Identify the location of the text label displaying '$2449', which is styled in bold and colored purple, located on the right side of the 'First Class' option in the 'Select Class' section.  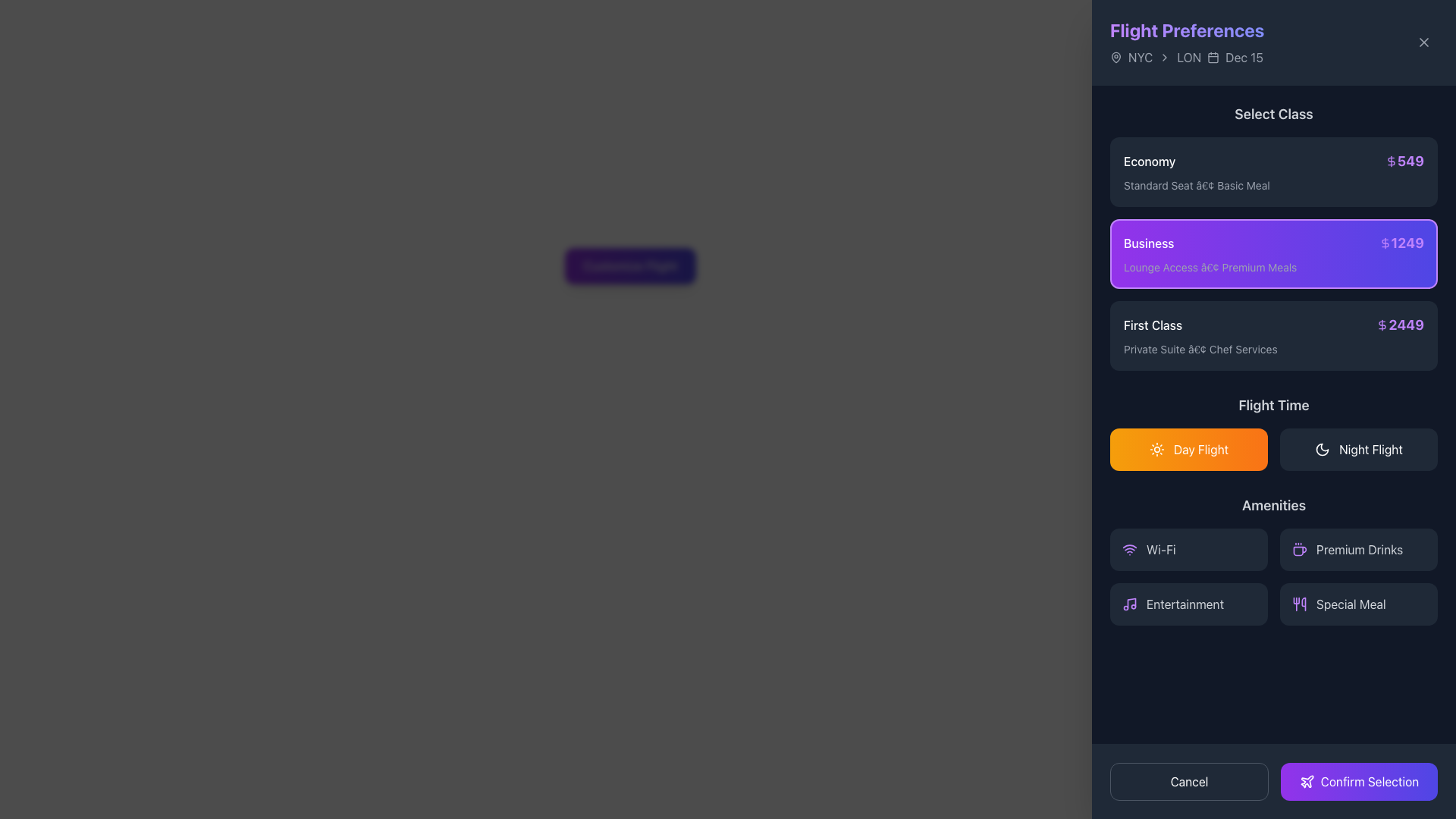
(1399, 324).